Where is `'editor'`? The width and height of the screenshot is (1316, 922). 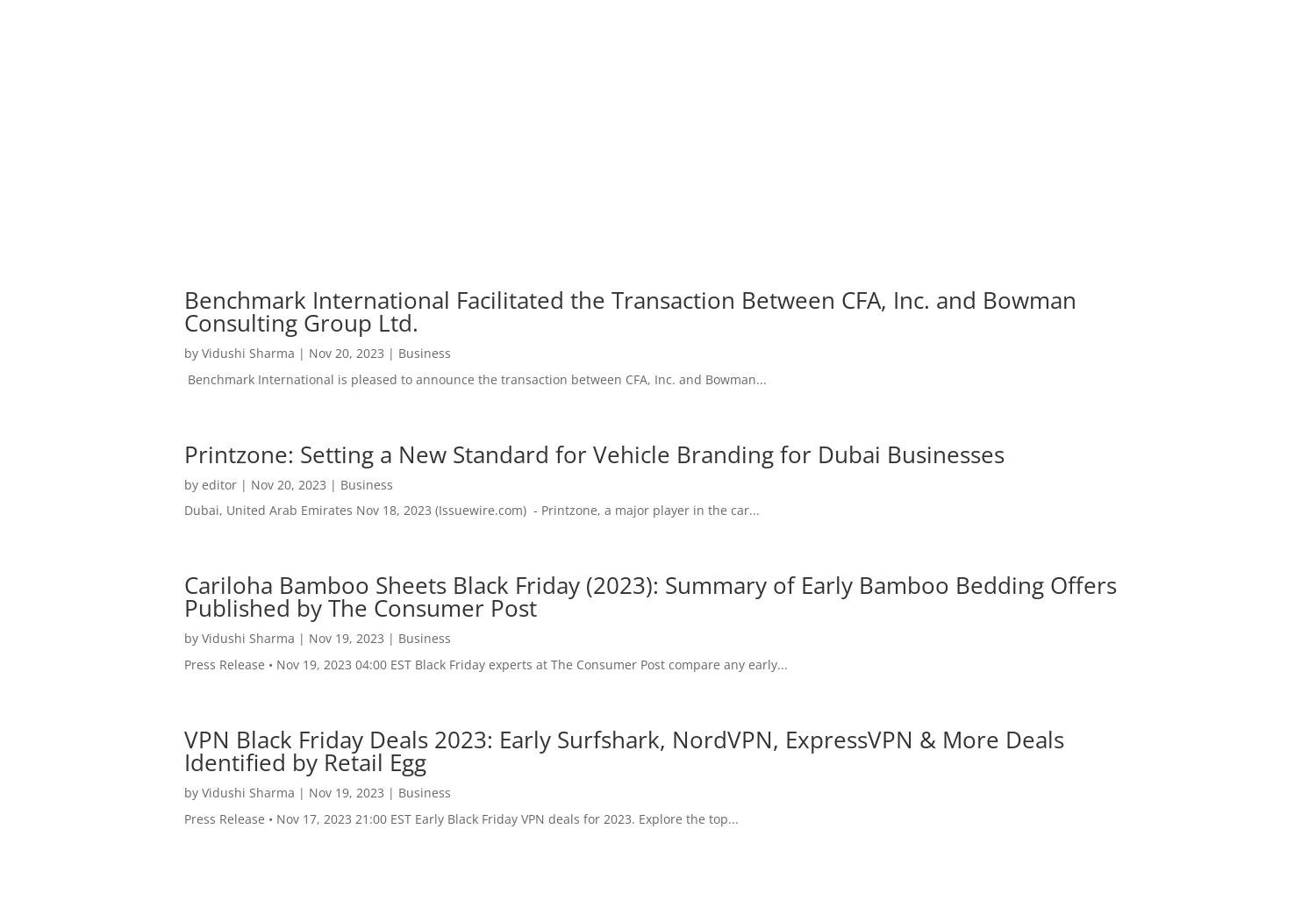
'editor' is located at coordinates (219, 482).